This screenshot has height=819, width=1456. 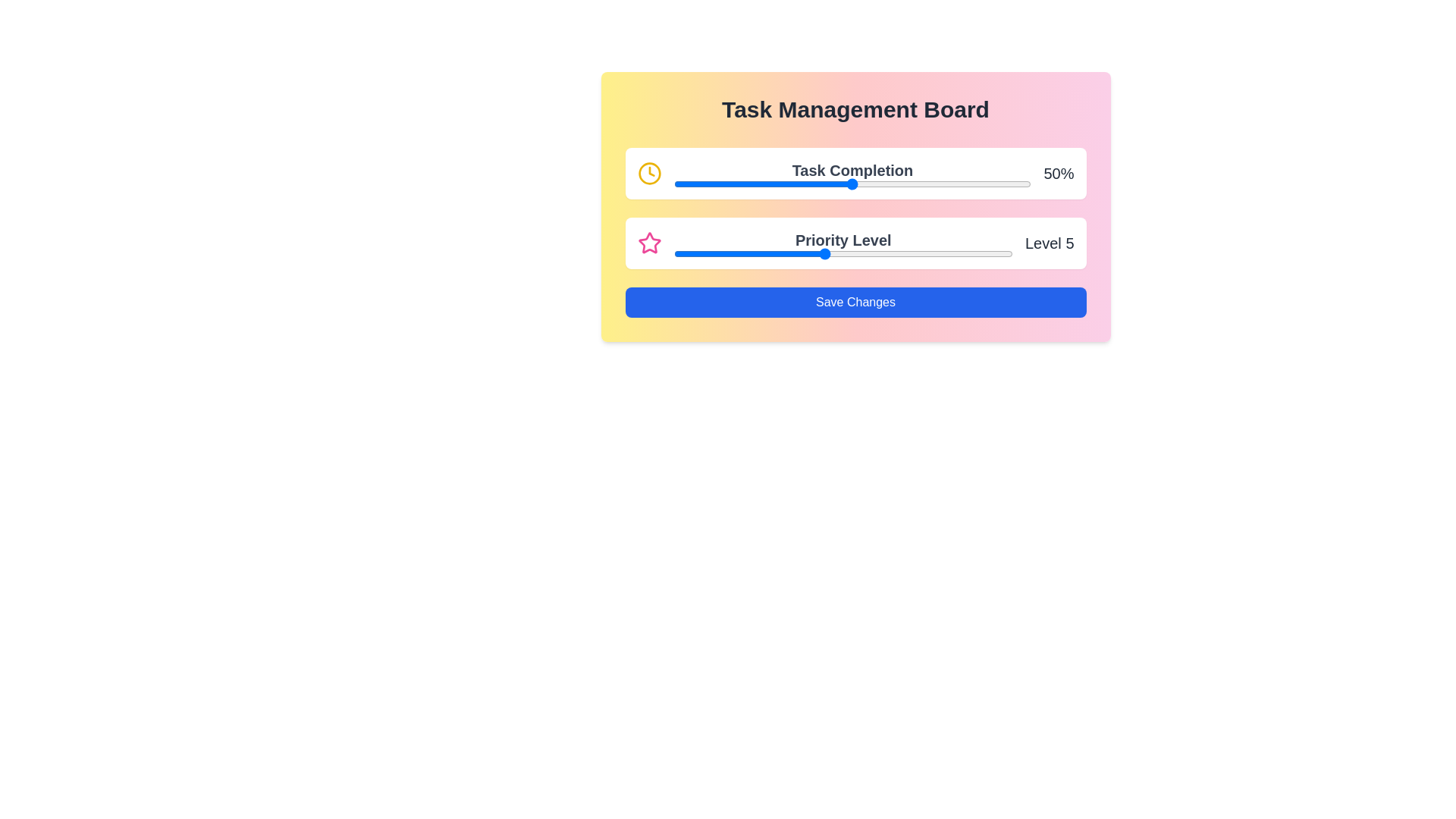 I want to click on the clock icon located on the left side of the 'Task Completion' section, so click(x=649, y=172).